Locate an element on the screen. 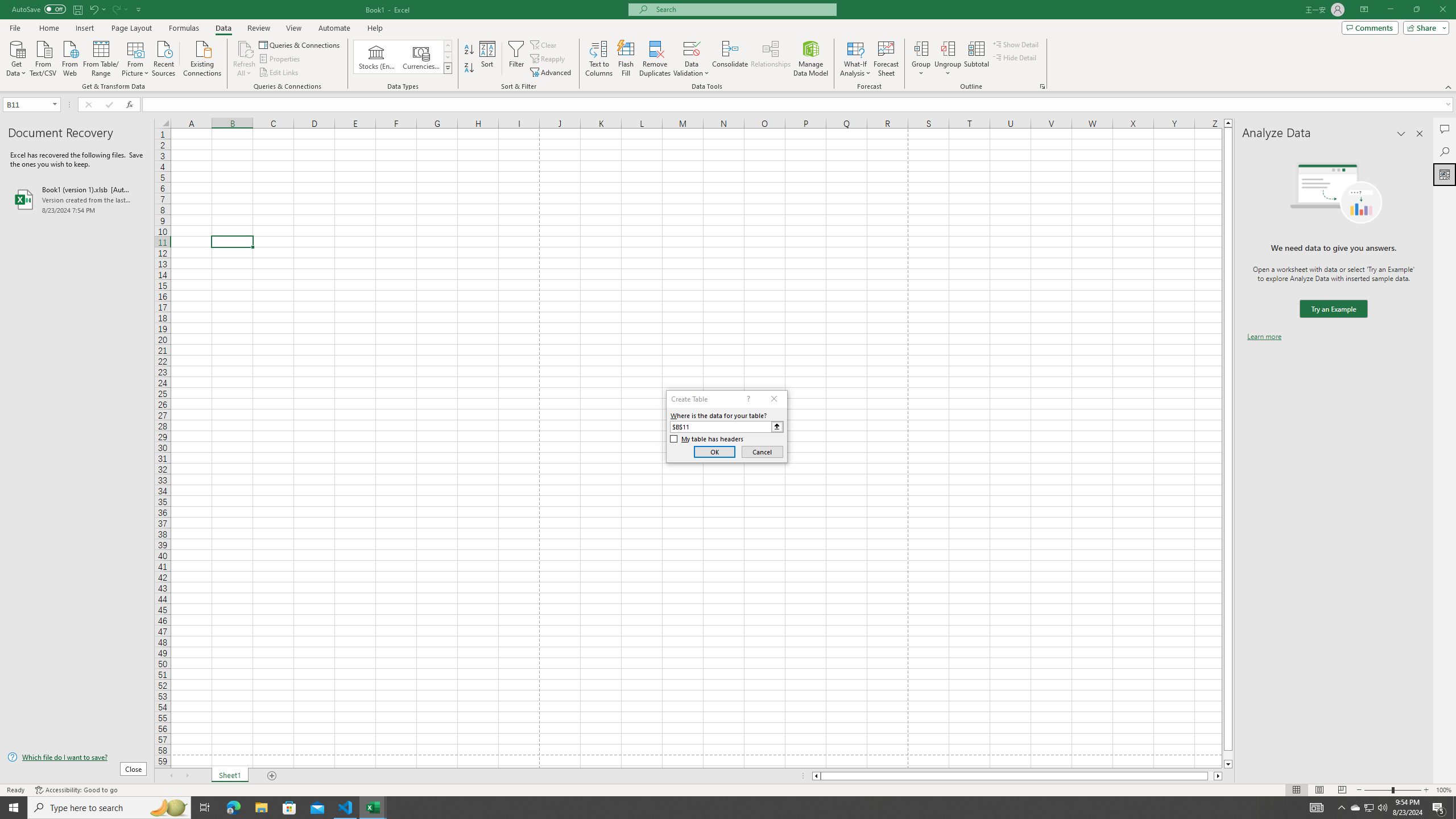 Image resolution: width=1456 pixels, height=819 pixels. 'Forecast Sheet' is located at coordinates (886, 59).